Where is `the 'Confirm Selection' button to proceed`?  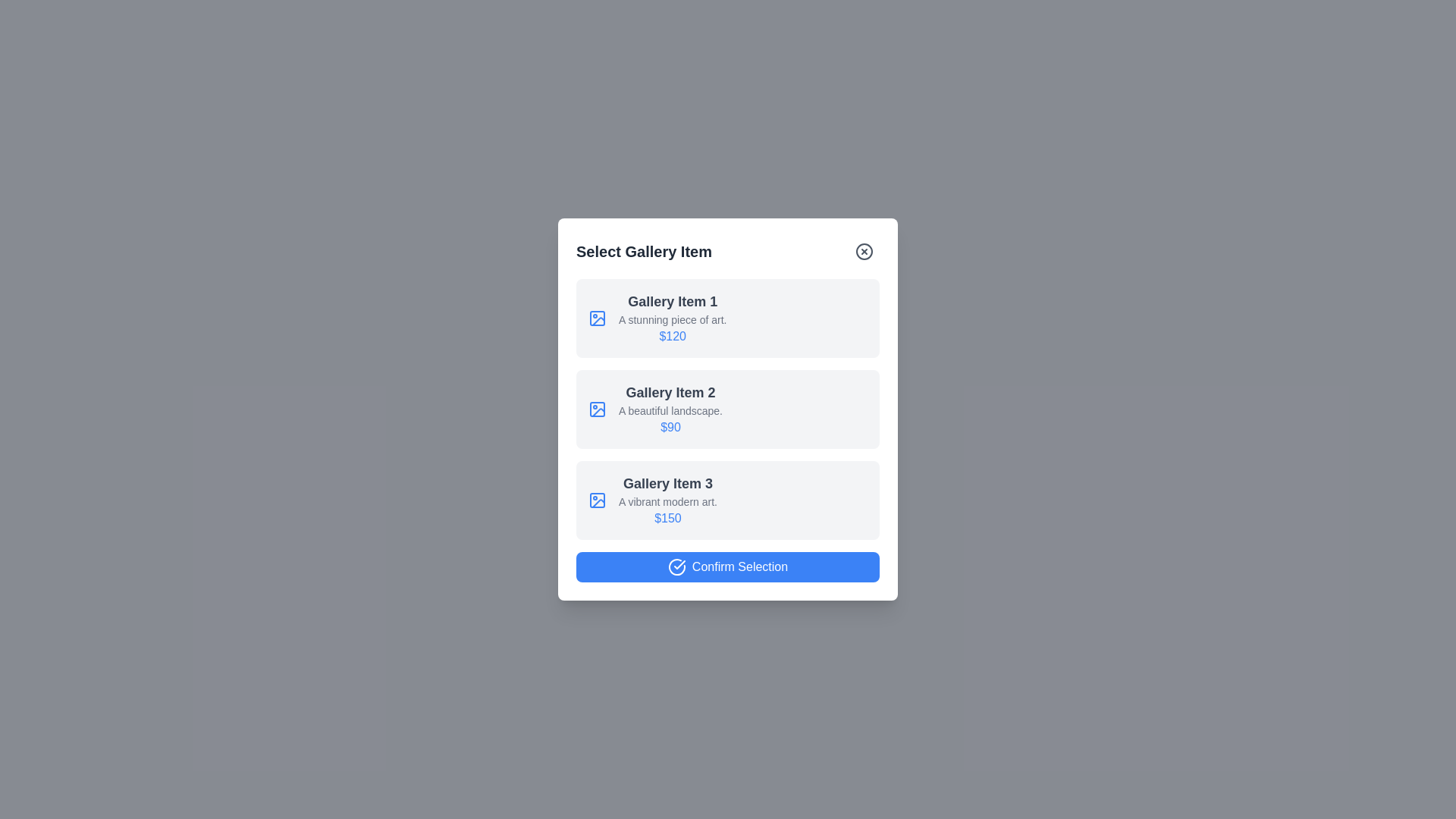
the 'Confirm Selection' button to proceed is located at coordinates (728, 567).